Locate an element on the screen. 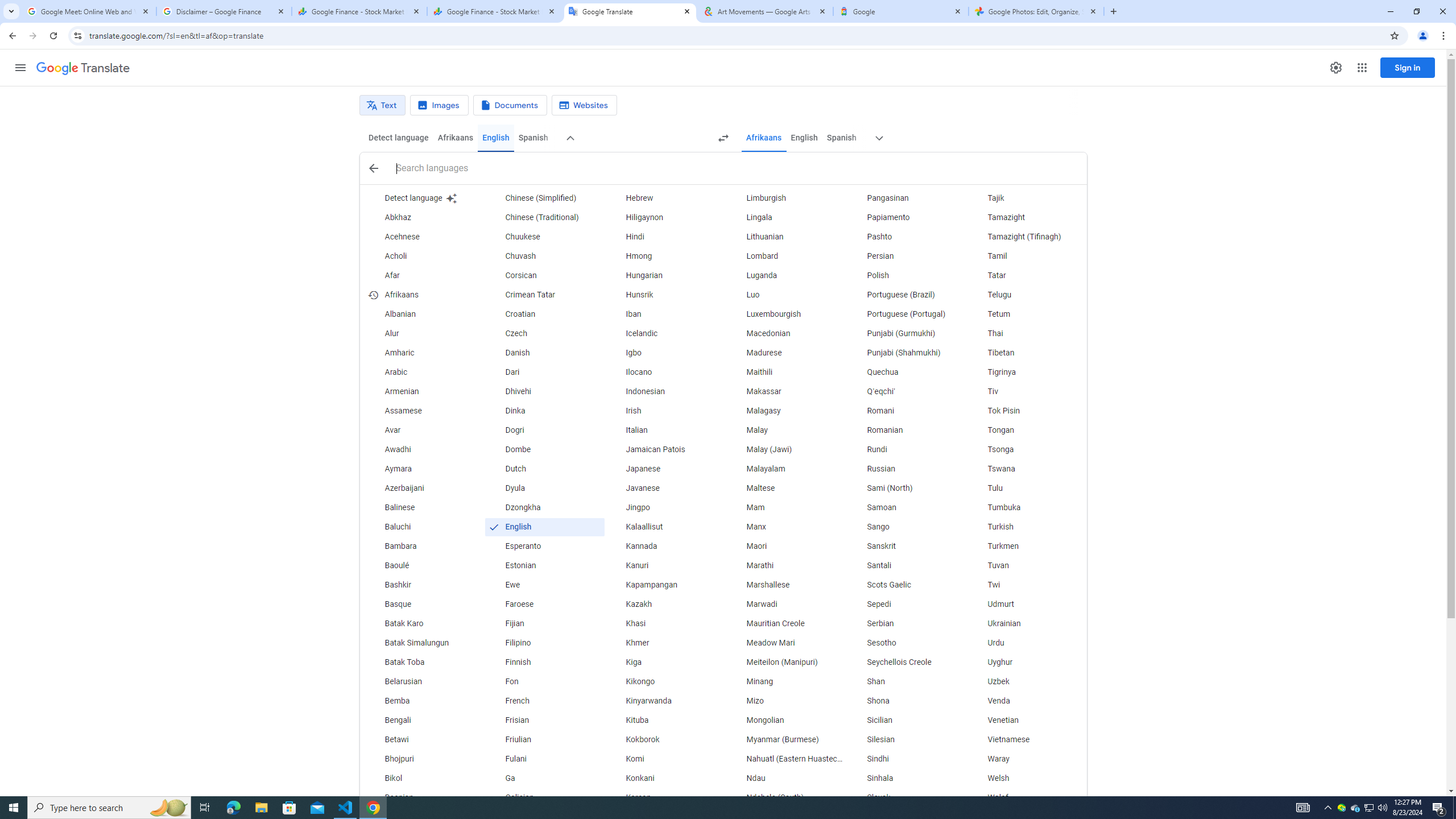 Image resolution: width=1456 pixels, height=819 pixels. 'Chinese (Traditional)' is located at coordinates (544, 217).